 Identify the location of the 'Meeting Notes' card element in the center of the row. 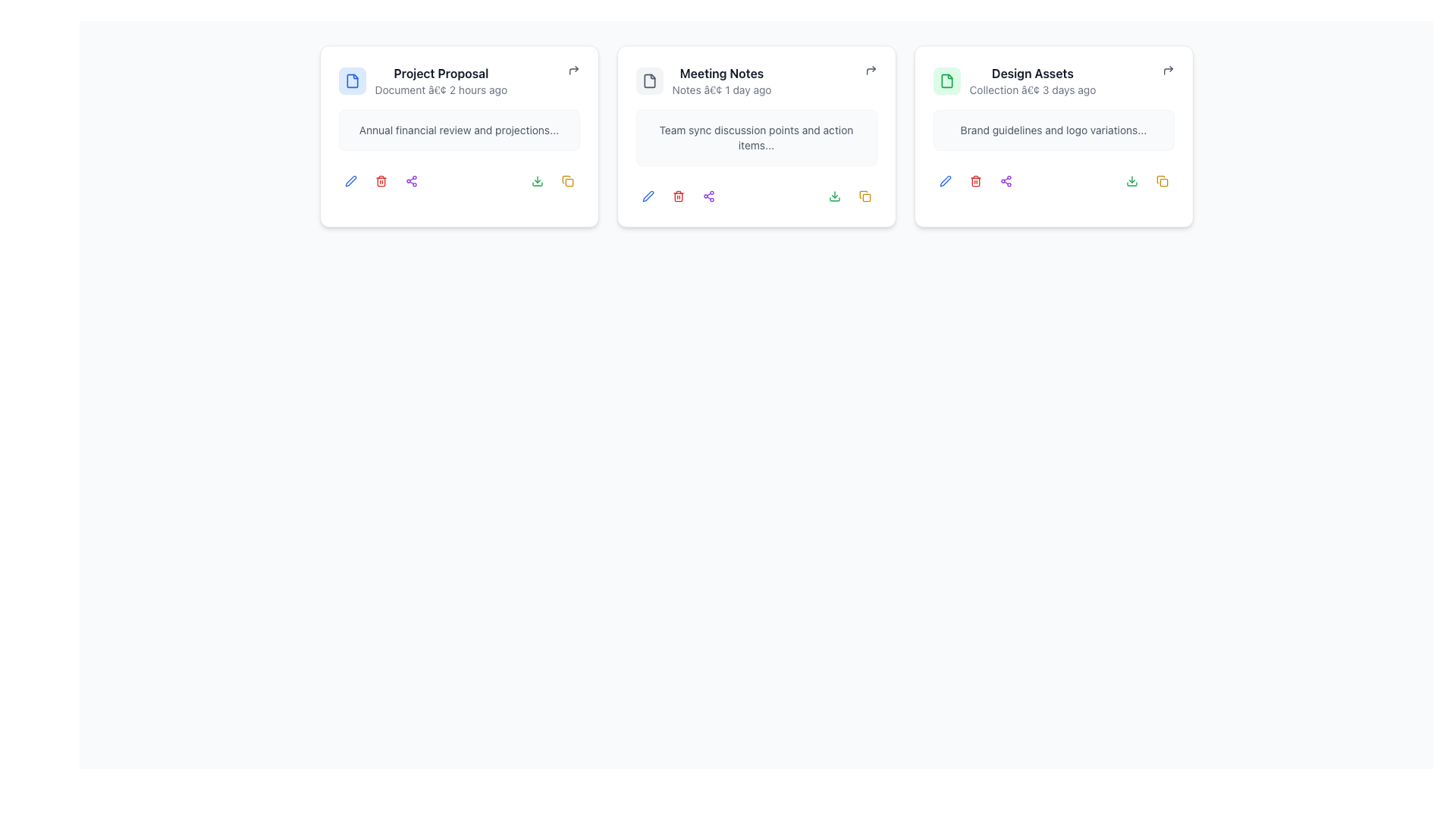
(756, 81).